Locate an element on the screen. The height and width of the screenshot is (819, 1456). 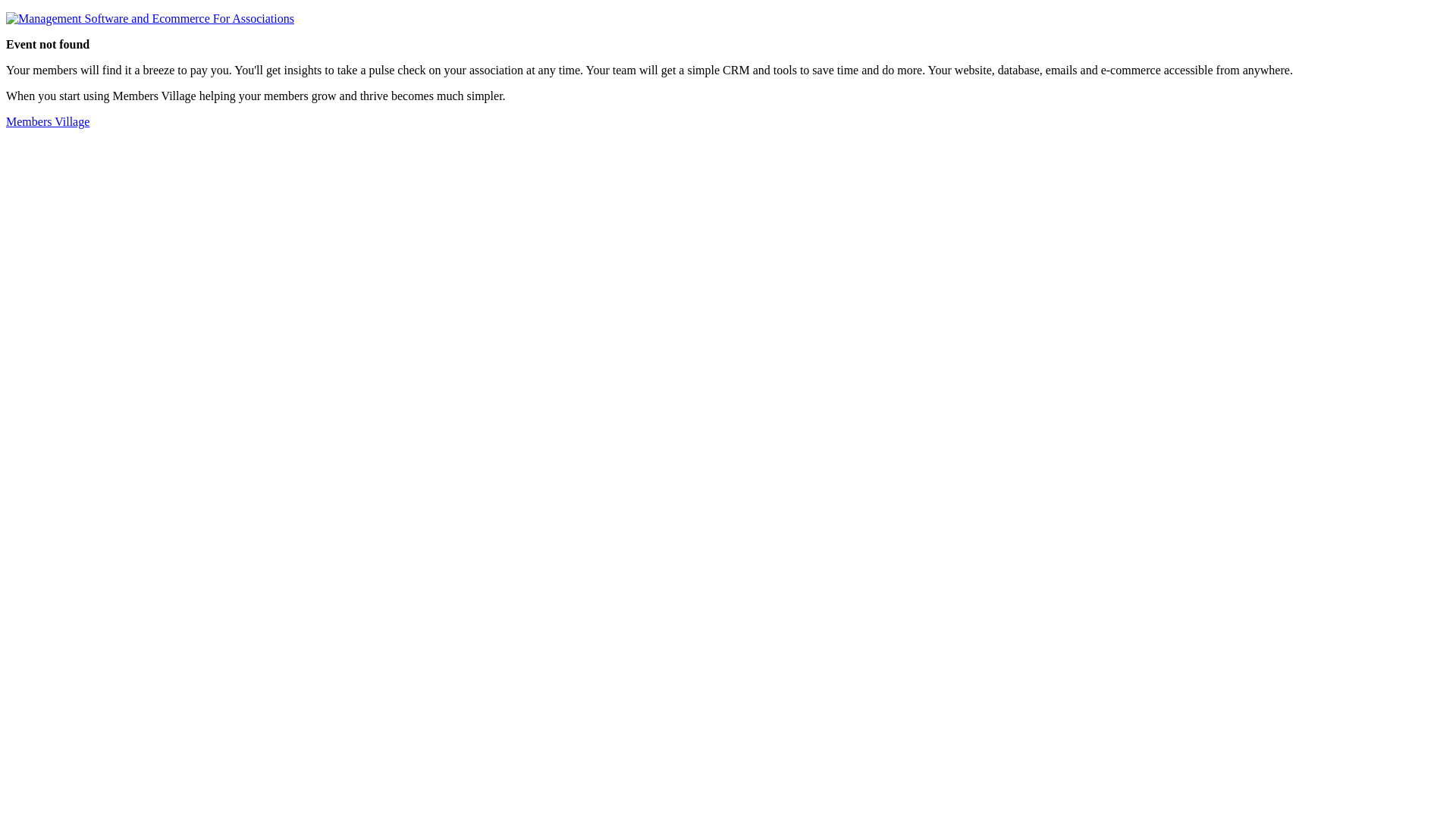
'Members Village' is located at coordinates (47, 121).